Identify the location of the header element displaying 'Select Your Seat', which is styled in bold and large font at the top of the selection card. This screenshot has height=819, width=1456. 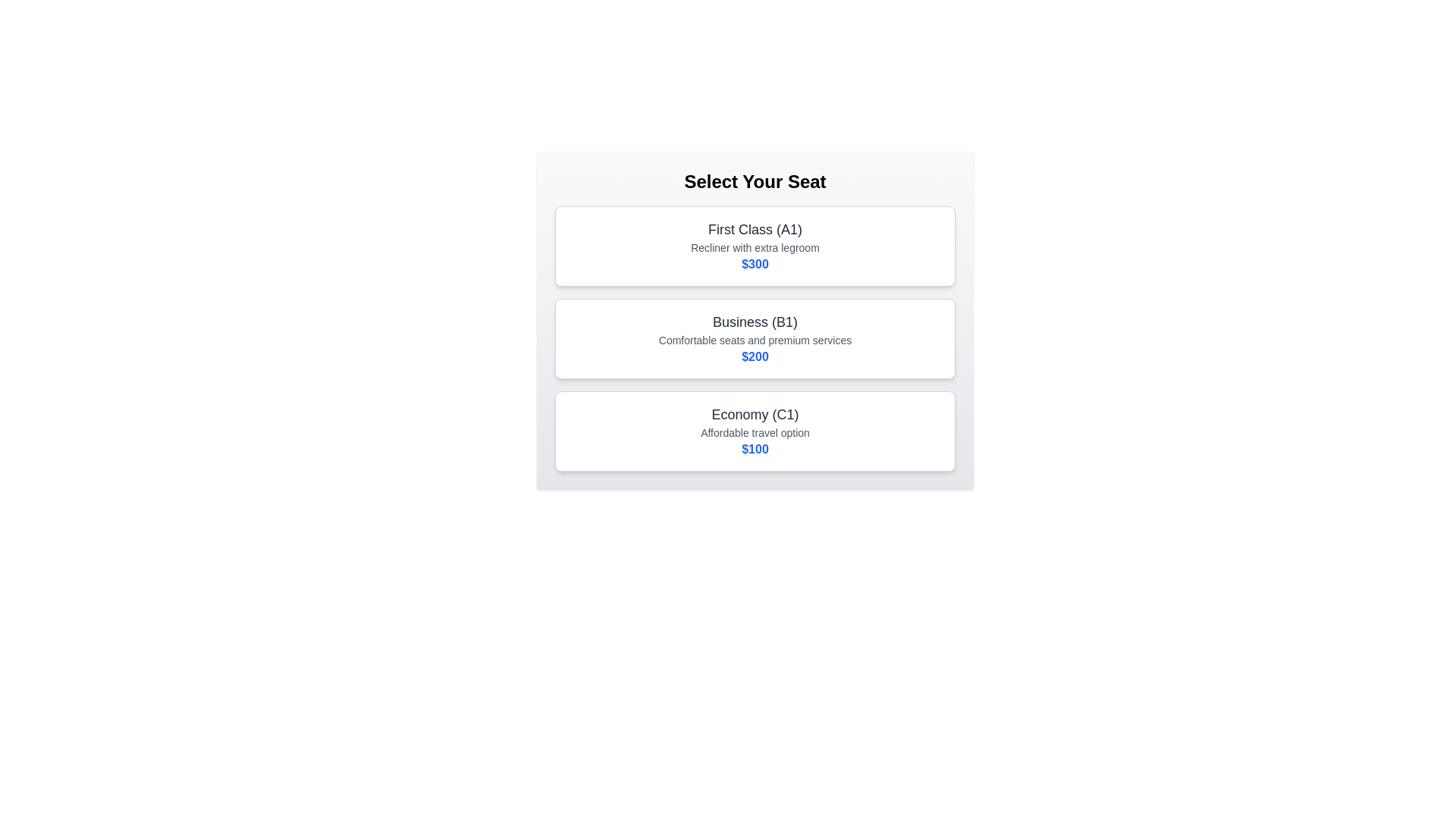
(755, 180).